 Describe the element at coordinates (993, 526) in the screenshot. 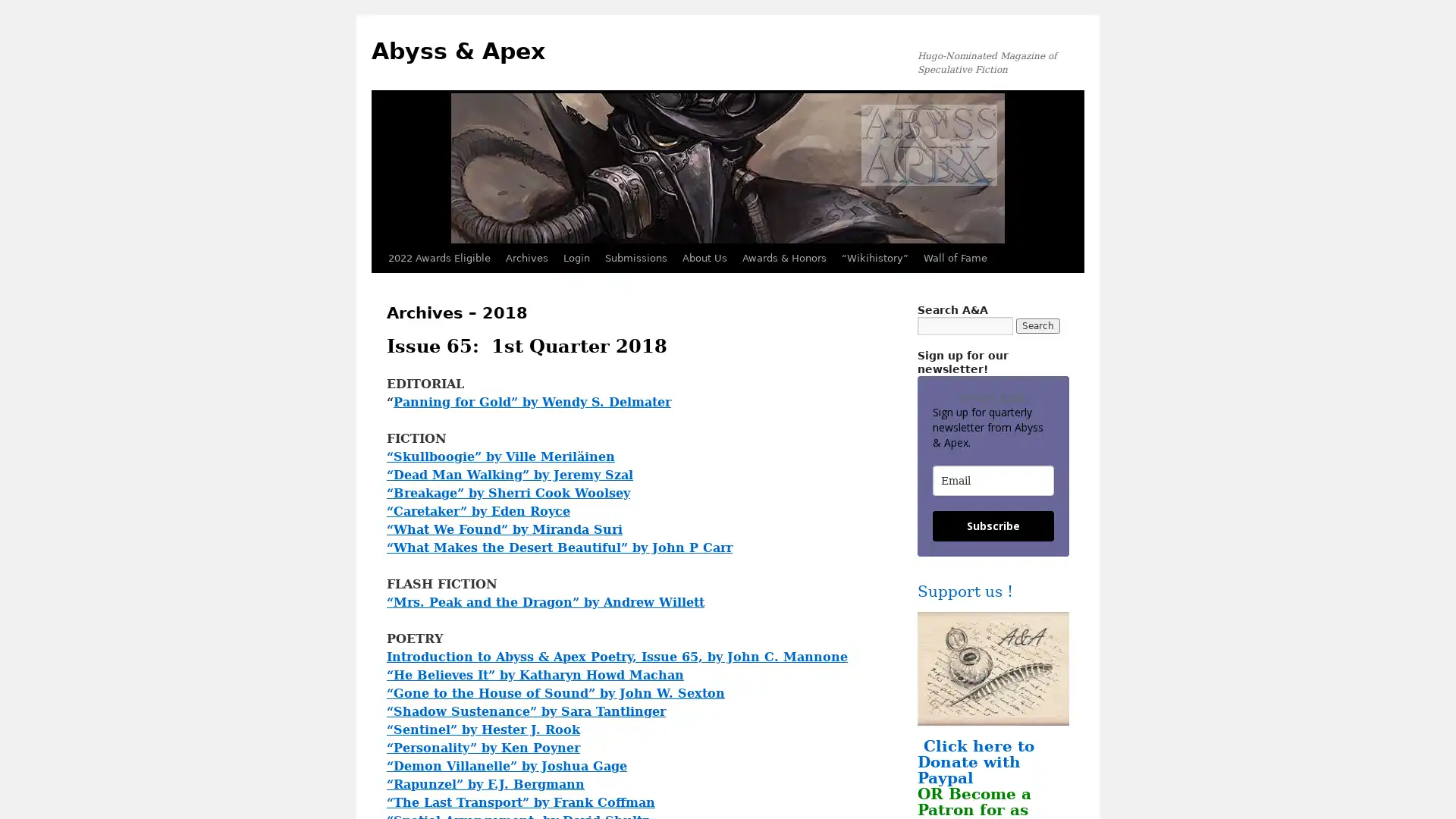

I see `Subscribe` at that location.